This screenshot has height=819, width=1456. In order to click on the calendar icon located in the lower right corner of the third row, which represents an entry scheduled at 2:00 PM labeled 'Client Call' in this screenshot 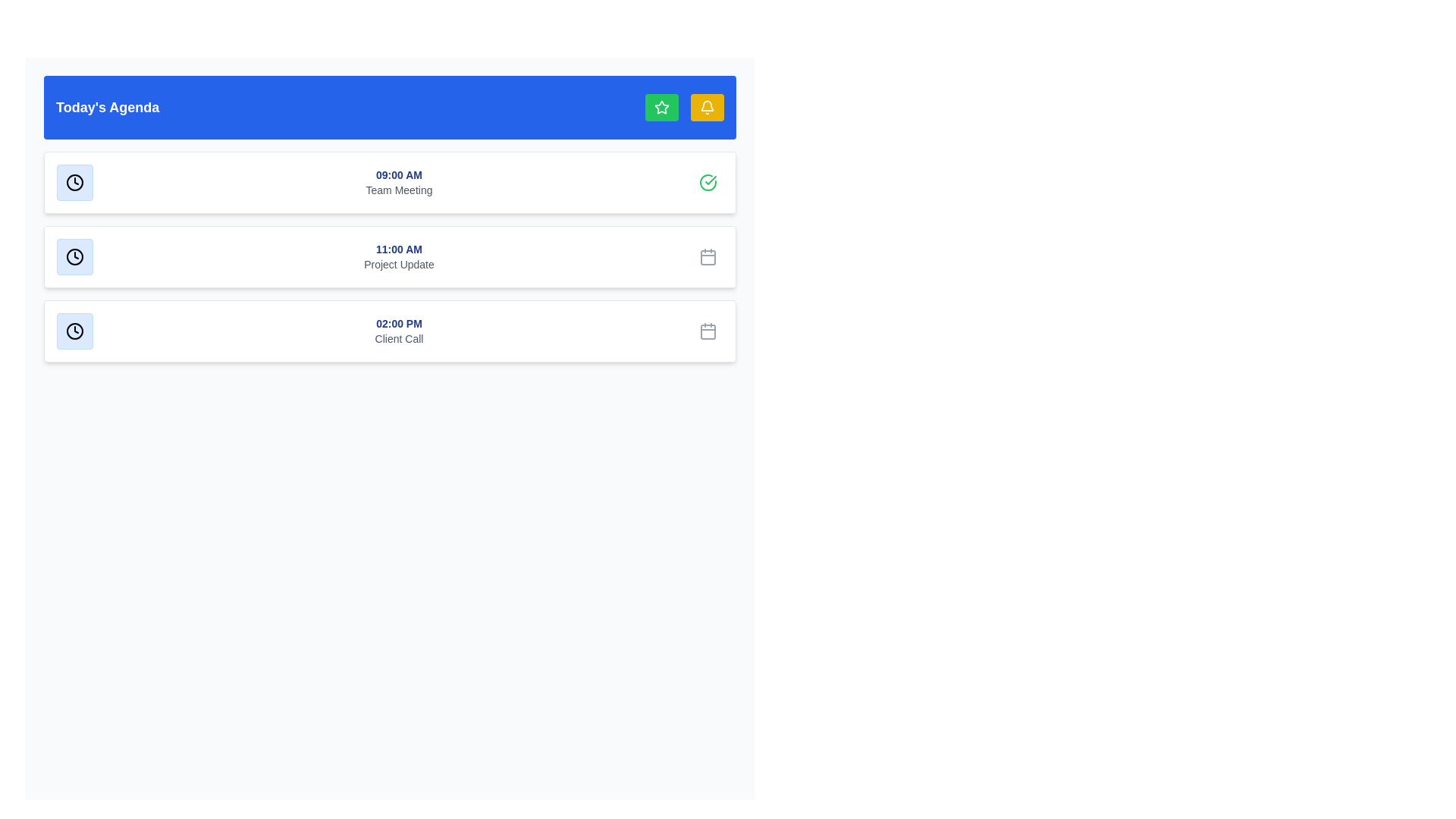, I will do `click(708, 330)`.